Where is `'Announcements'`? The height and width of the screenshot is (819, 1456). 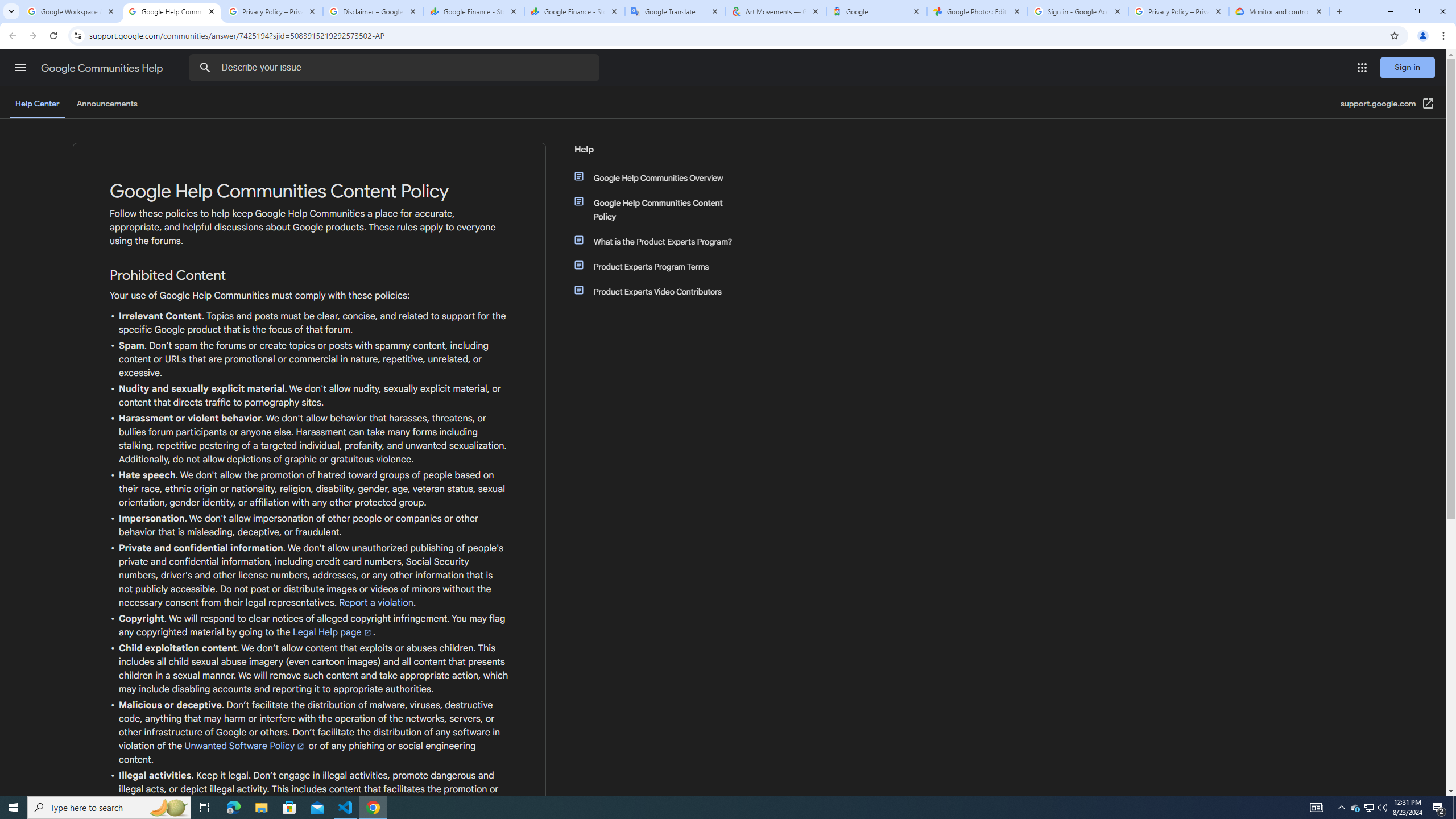
'Announcements' is located at coordinates (106, 103).